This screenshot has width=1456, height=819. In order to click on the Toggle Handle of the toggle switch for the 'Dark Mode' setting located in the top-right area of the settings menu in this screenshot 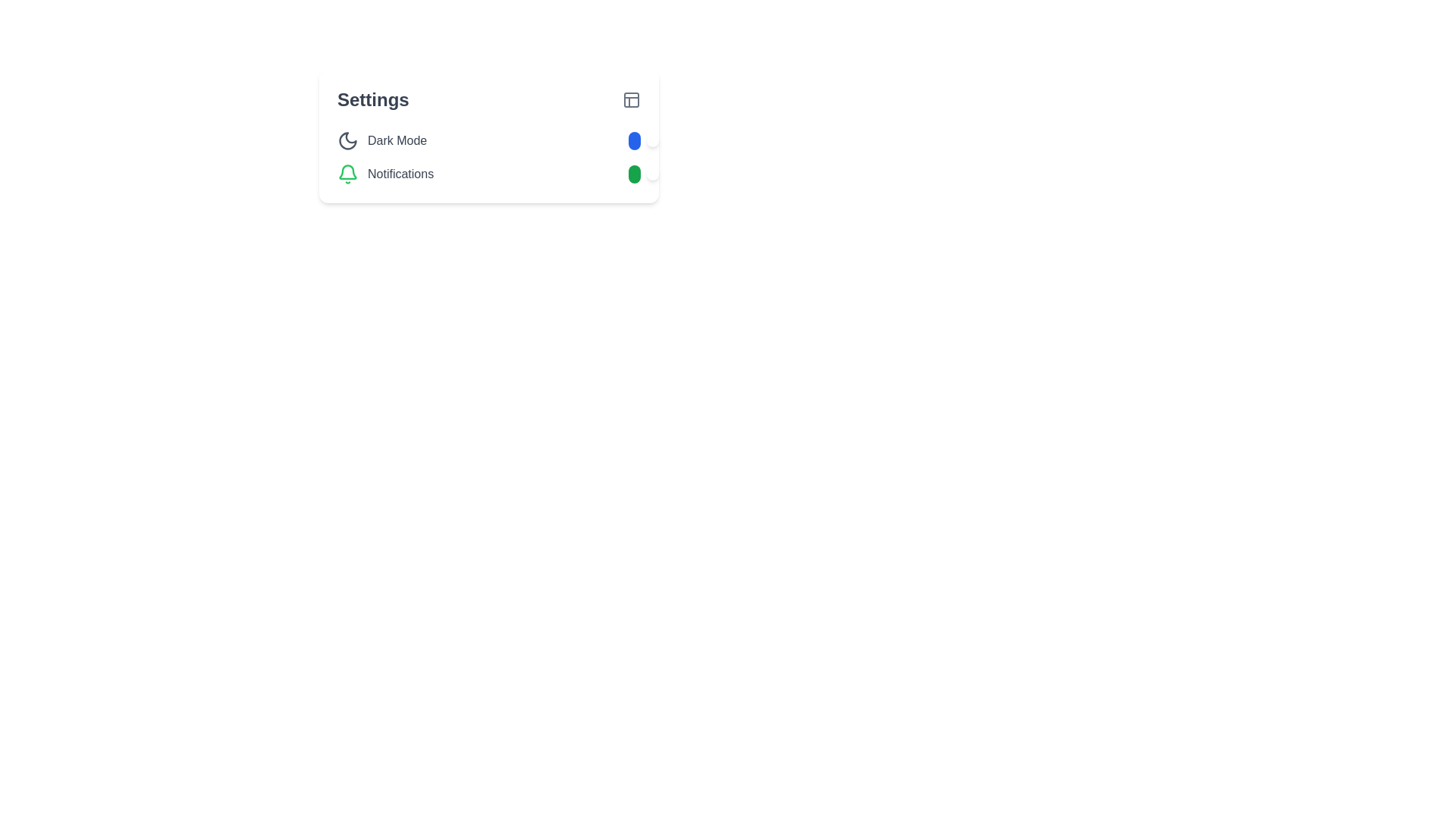, I will do `click(652, 140)`.